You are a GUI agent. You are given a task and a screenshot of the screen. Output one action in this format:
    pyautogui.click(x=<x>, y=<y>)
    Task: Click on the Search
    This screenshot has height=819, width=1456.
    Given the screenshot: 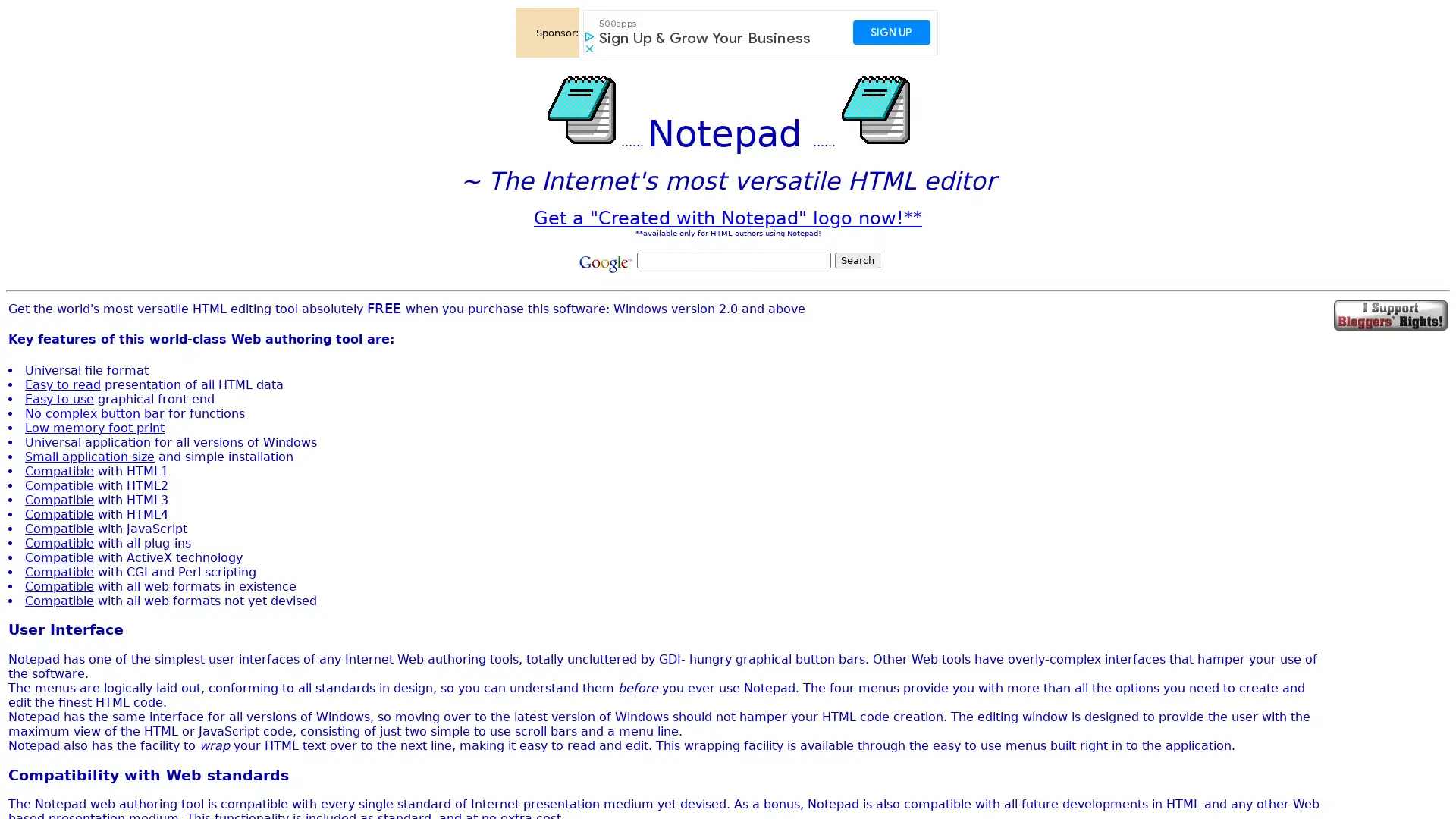 What is the action you would take?
    pyautogui.click(x=856, y=259)
    